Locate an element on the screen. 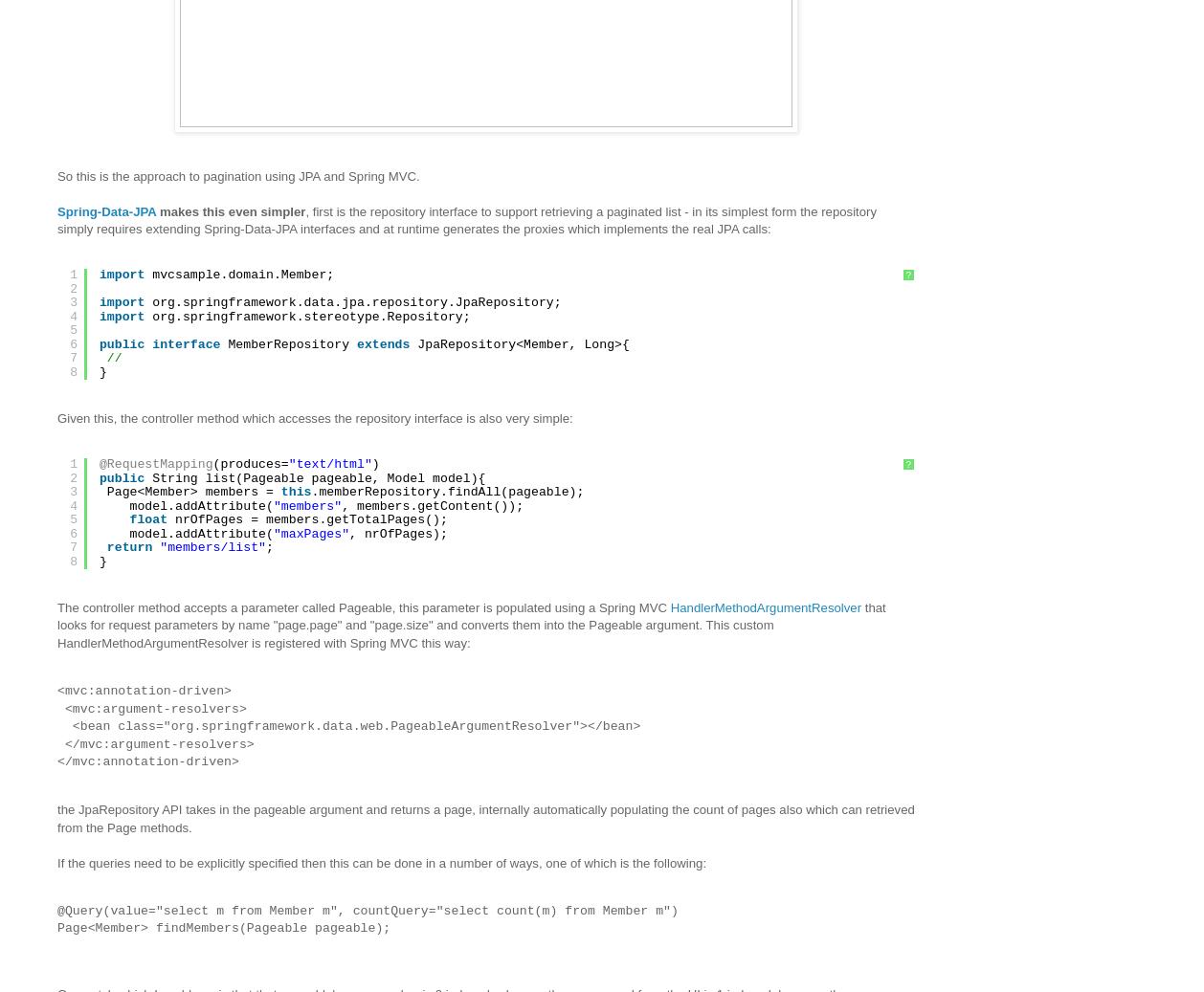 This screenshot has width=1204, height=992. 'mvcsample.domain.Member;' is located at coordinates (242, 274).